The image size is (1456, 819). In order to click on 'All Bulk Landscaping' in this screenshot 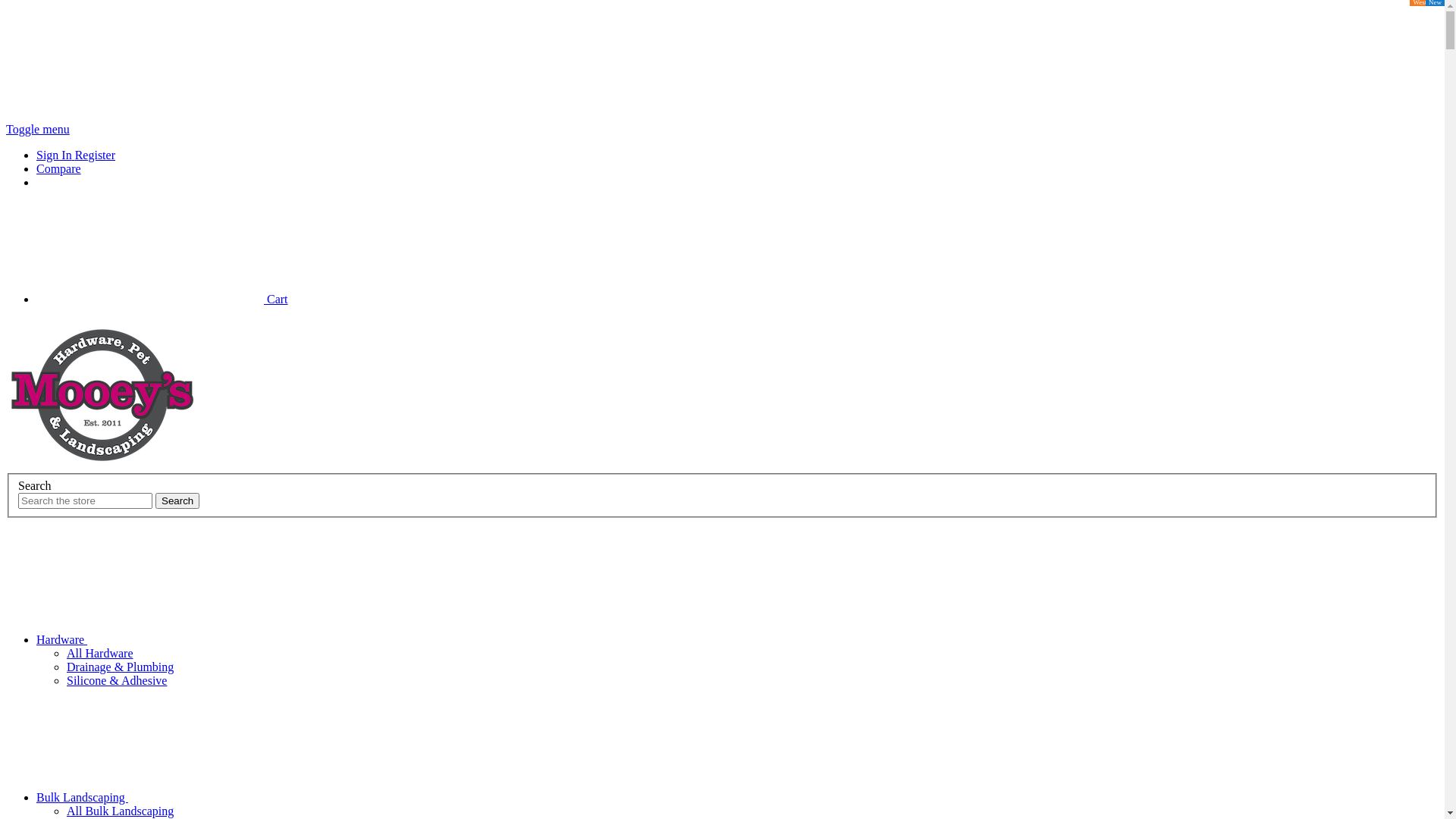, I will do `click(119, 810)`.